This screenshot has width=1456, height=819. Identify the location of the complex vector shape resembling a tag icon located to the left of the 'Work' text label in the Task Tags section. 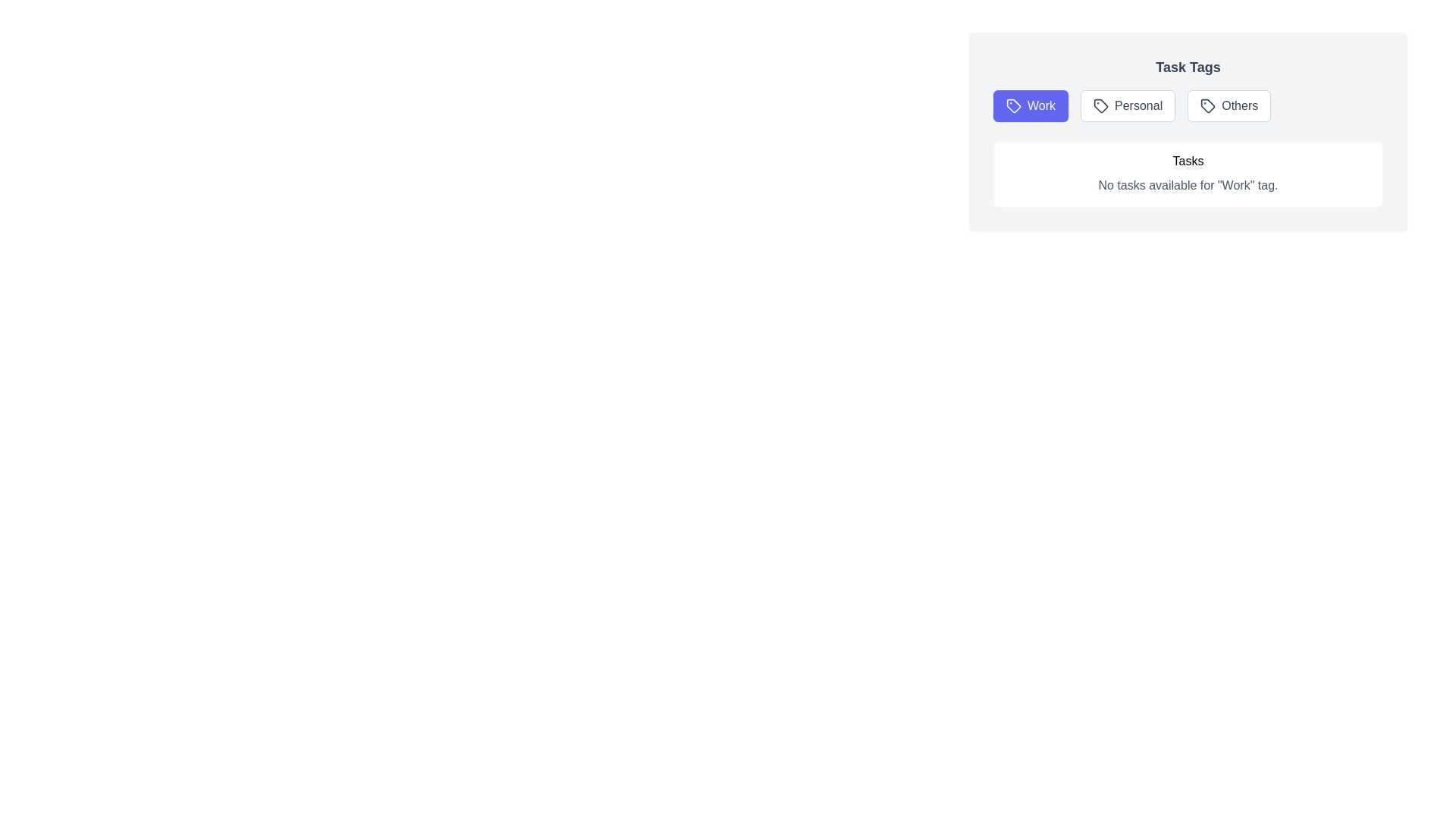
(1014, 105).